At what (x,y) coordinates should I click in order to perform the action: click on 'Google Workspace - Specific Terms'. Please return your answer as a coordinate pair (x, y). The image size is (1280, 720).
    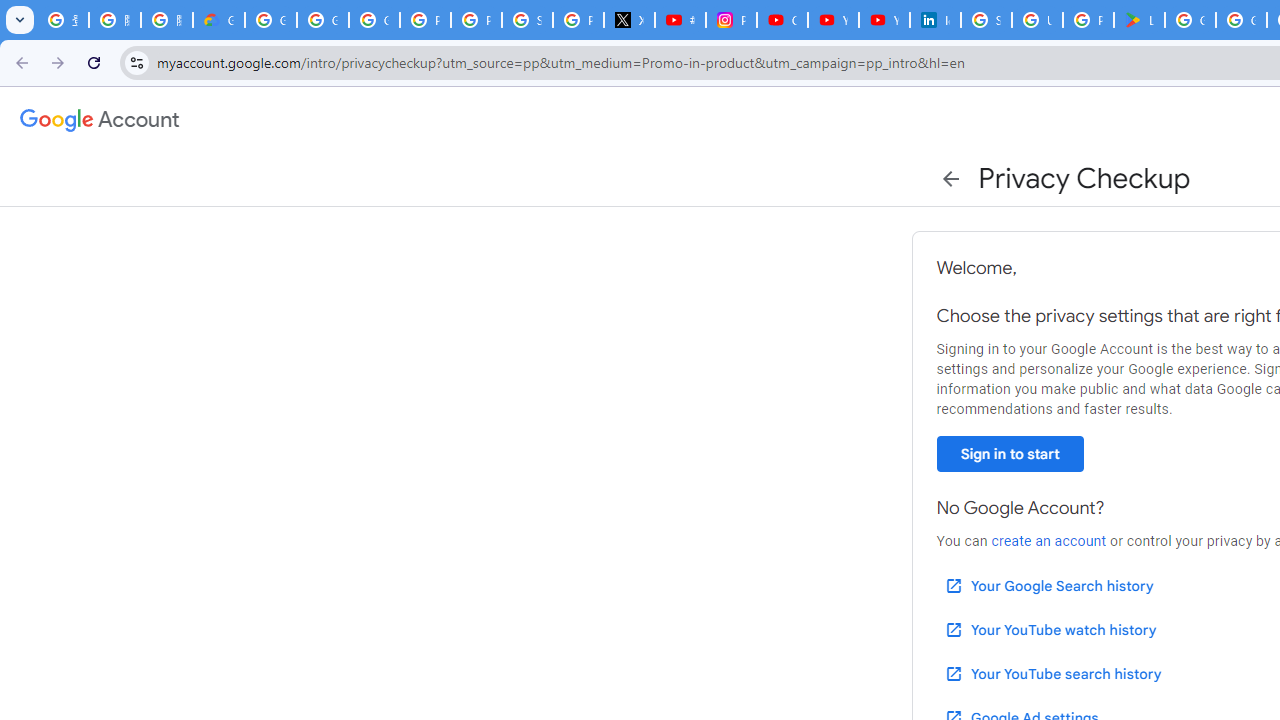
    Looking at the image, I should click on (1240, 20).